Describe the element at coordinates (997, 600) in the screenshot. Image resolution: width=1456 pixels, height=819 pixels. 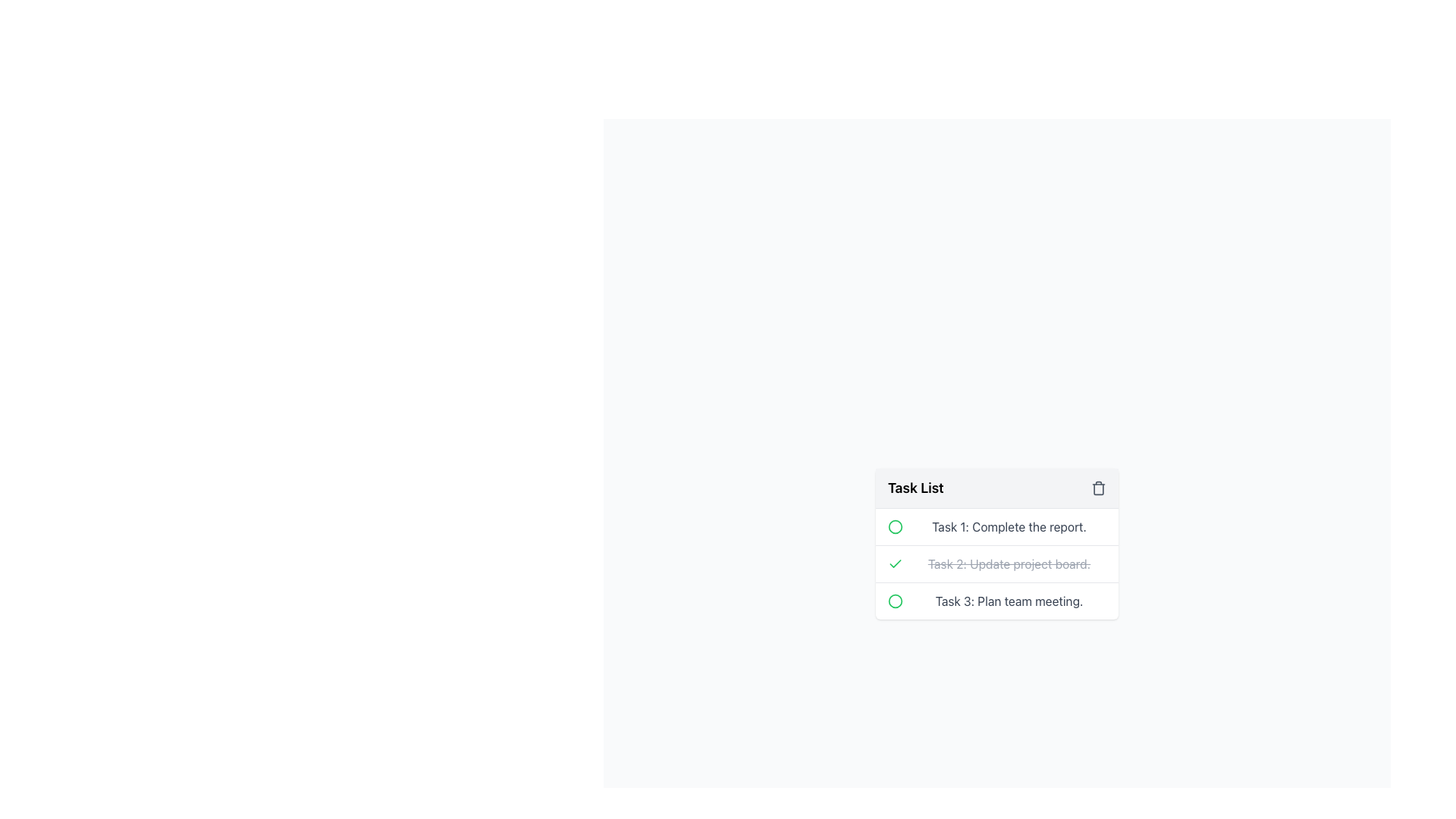
I see `the green circle of the third task in the to-do list to mark it as complete` at that location.